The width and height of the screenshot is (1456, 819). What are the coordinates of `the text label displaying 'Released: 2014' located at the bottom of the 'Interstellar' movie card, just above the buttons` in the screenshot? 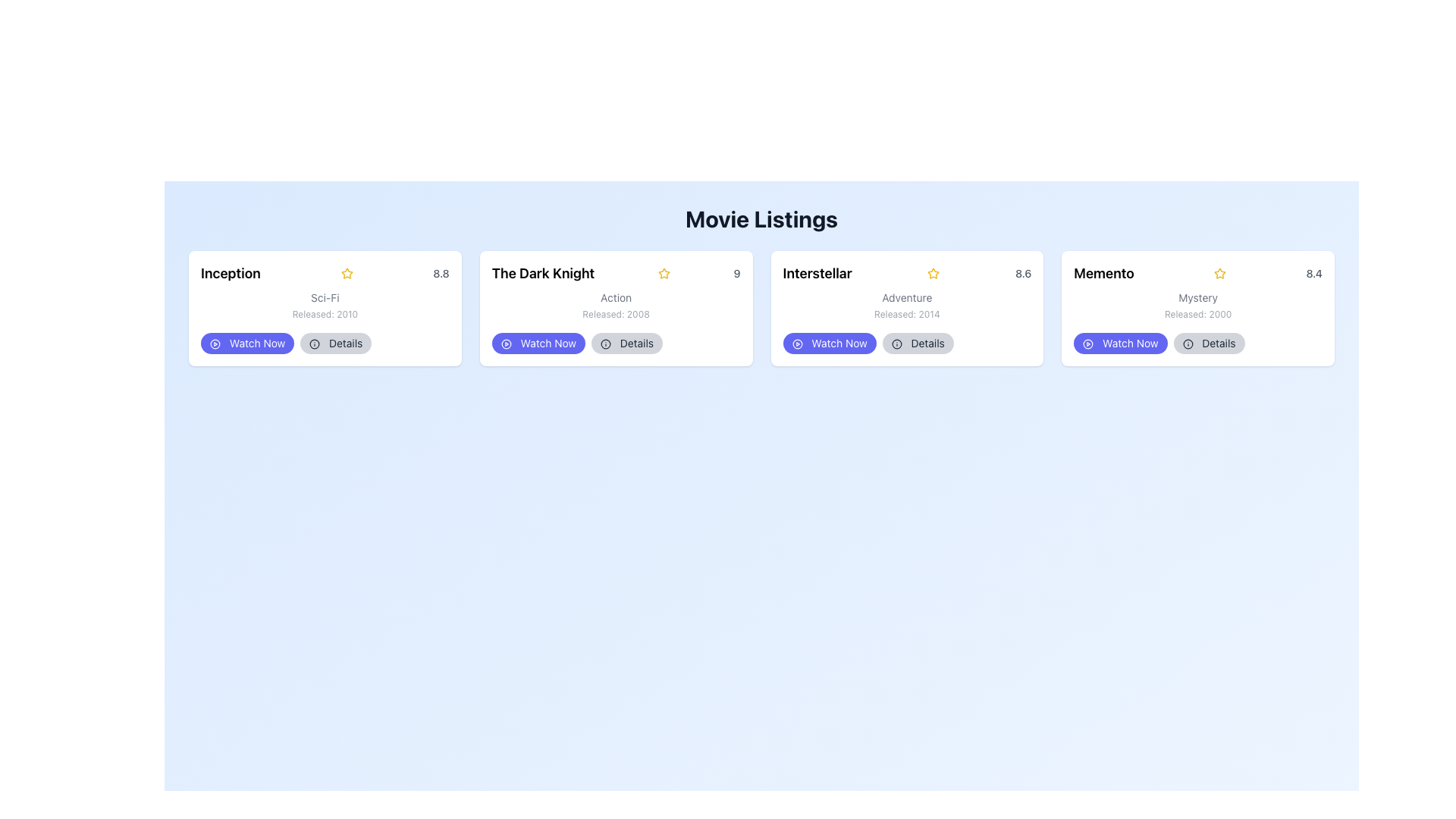 It's located at (907, 314).